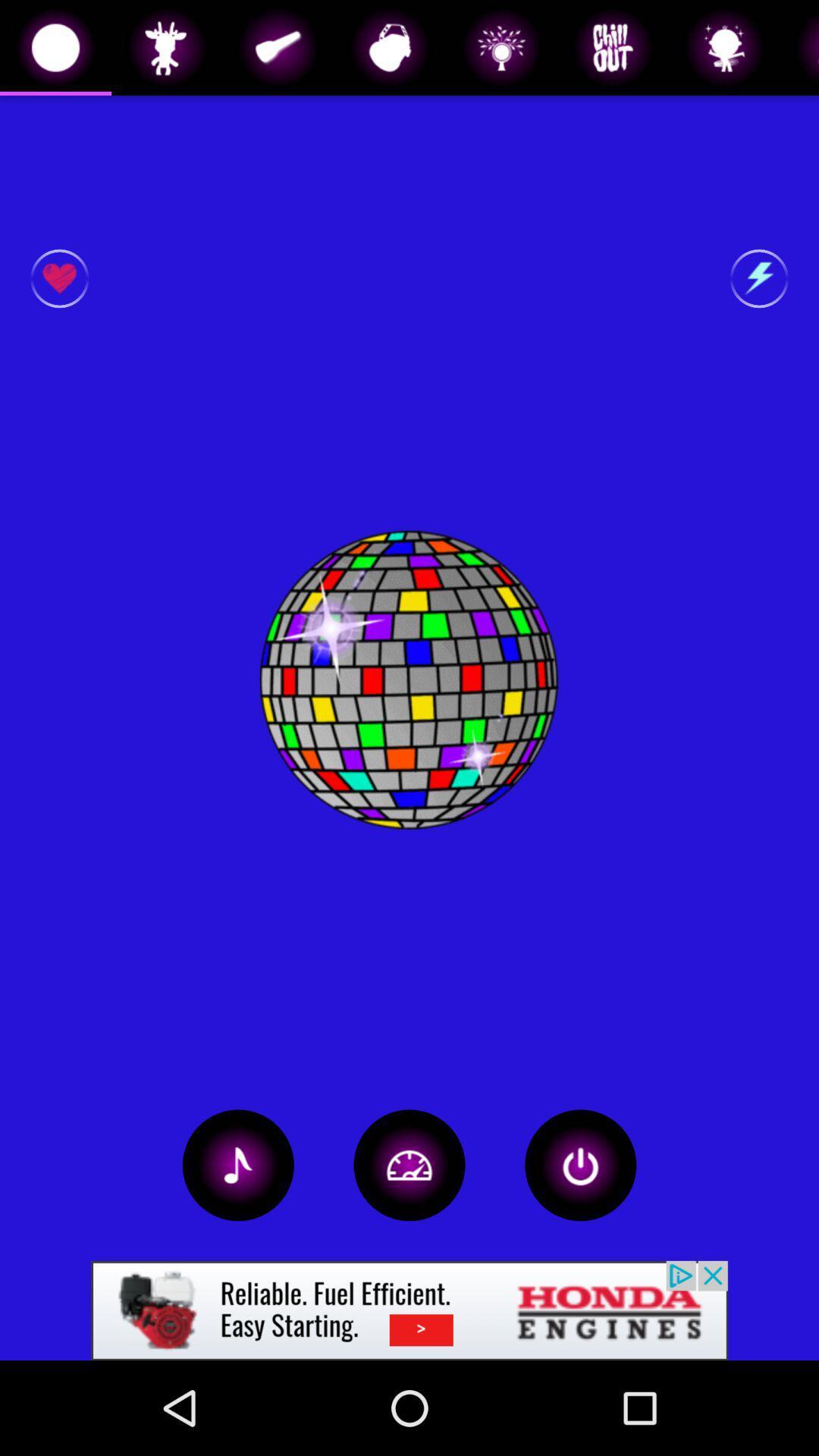  Describe the element at coordinates (409, 1164) in the screenshot. I see `the chat icon` at that location.